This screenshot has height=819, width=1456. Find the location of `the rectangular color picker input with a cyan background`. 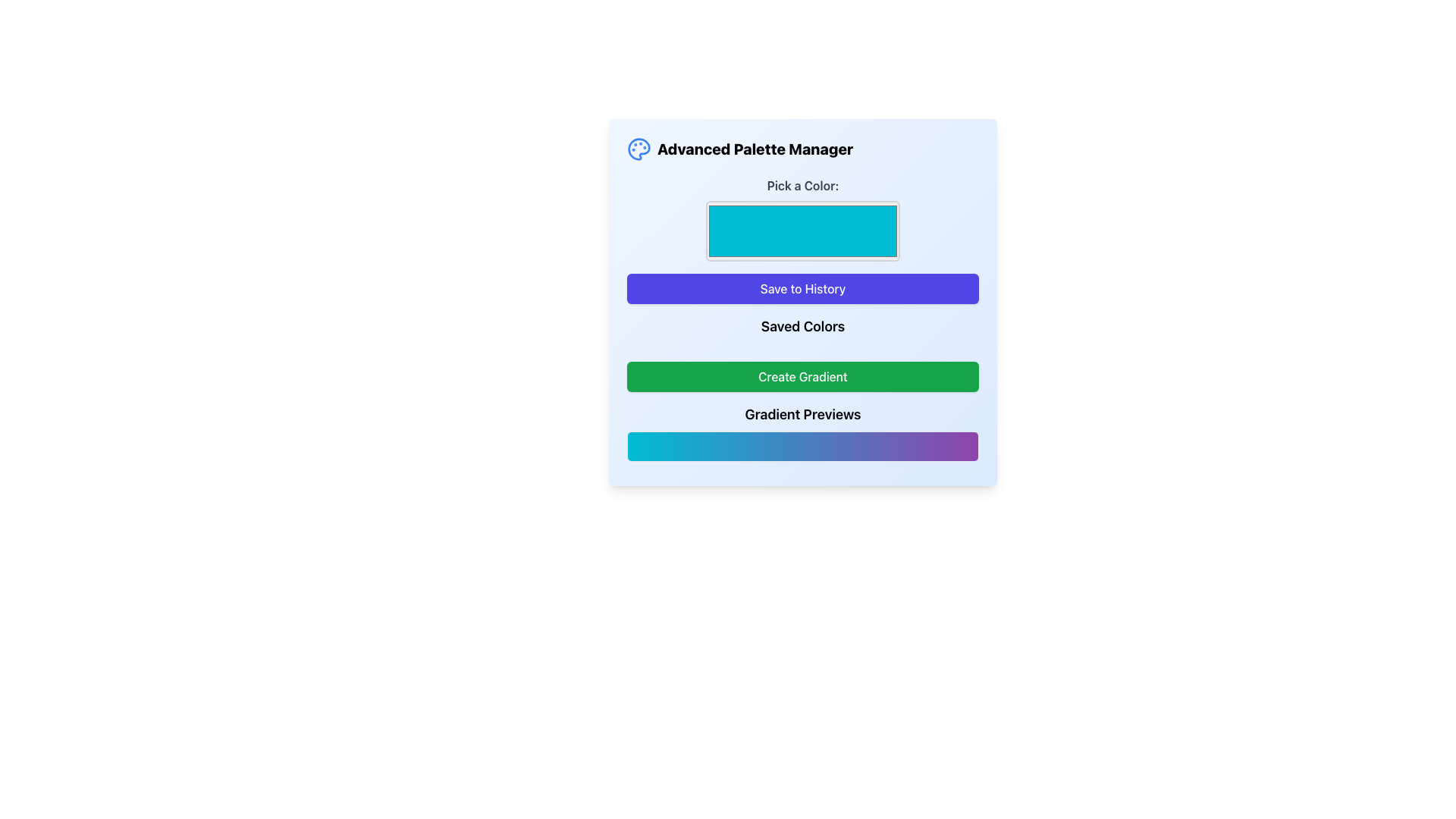

the rectangular color picker input with a cyan background is located at coordinates (802, 231).